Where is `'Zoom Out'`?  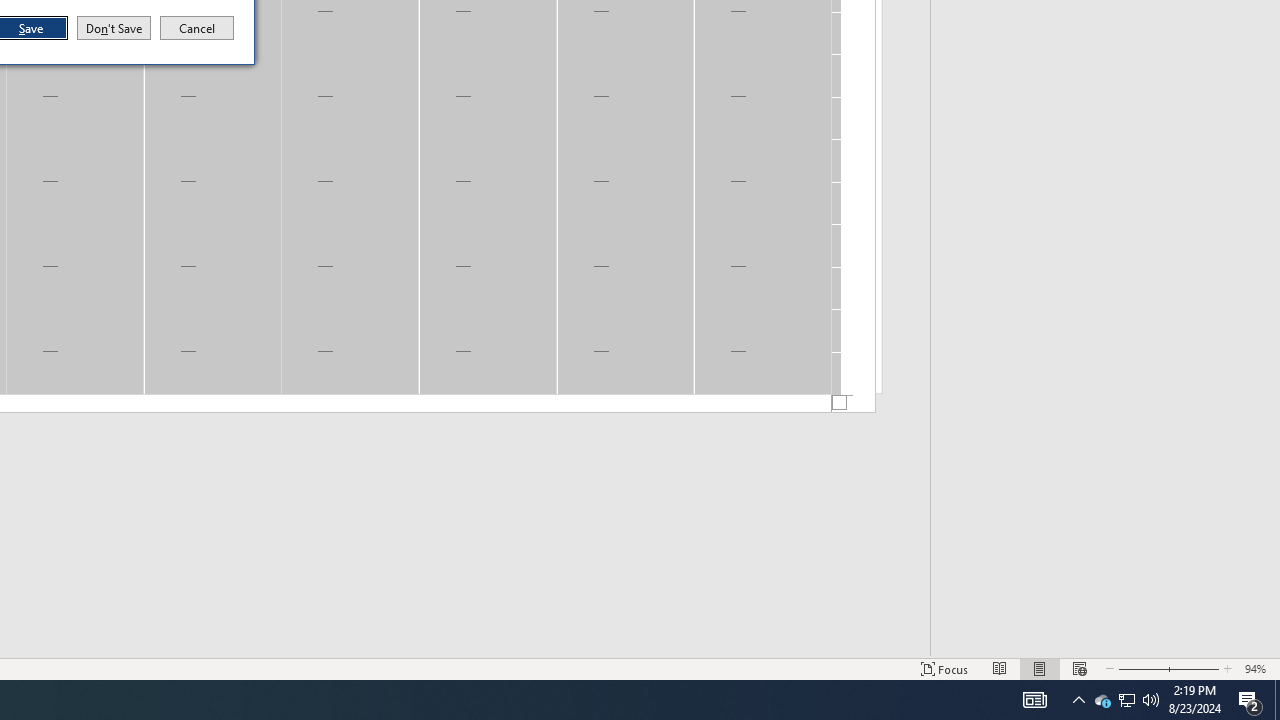
'Zoom Out' is located at coordinates (1127, 698).